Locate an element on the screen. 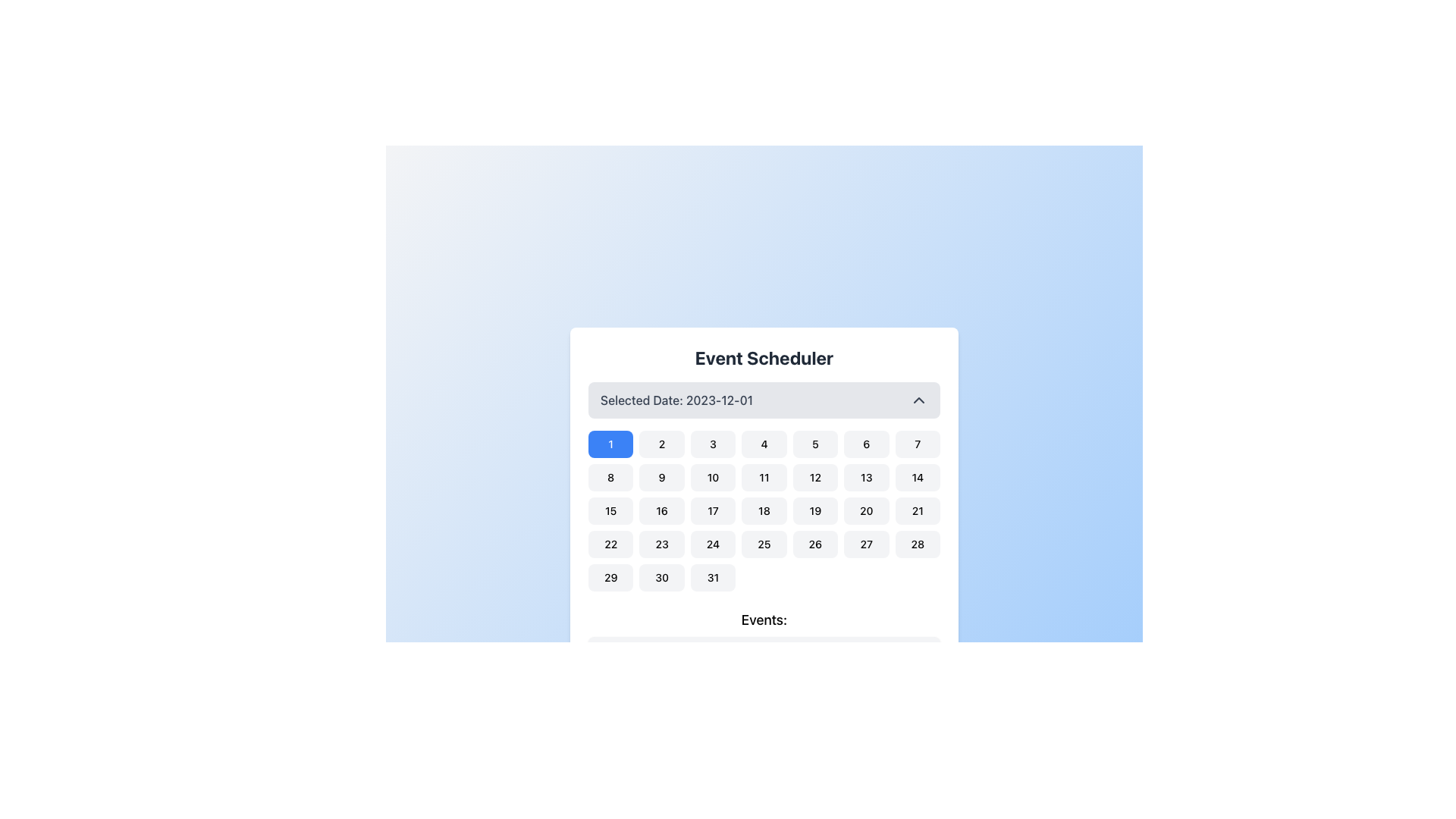  the date selection button in the Event Scheduler section, which is the fifth item in the first row of the calendar grid is located at coordinates (814, 444).